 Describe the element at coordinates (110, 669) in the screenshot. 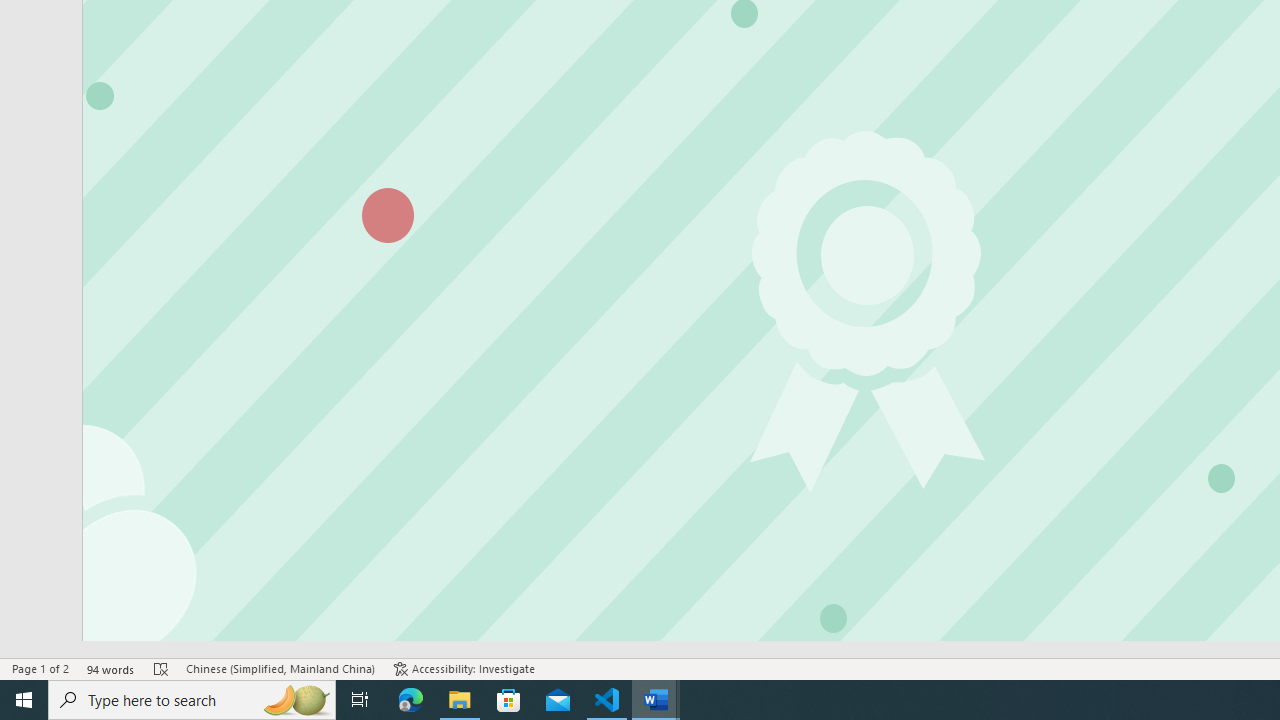

I see `'Word Count 94 words'` at that location.